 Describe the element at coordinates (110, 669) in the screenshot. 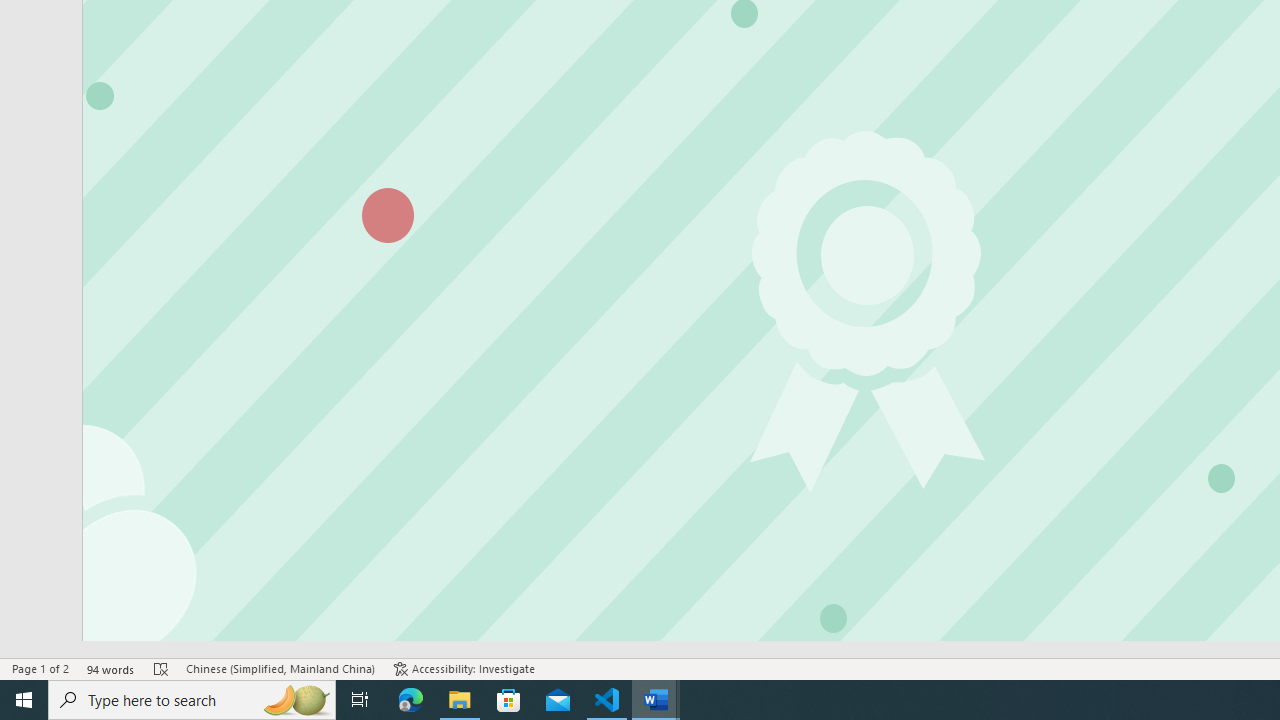

I see `'Word Count 94 words'` at that location.